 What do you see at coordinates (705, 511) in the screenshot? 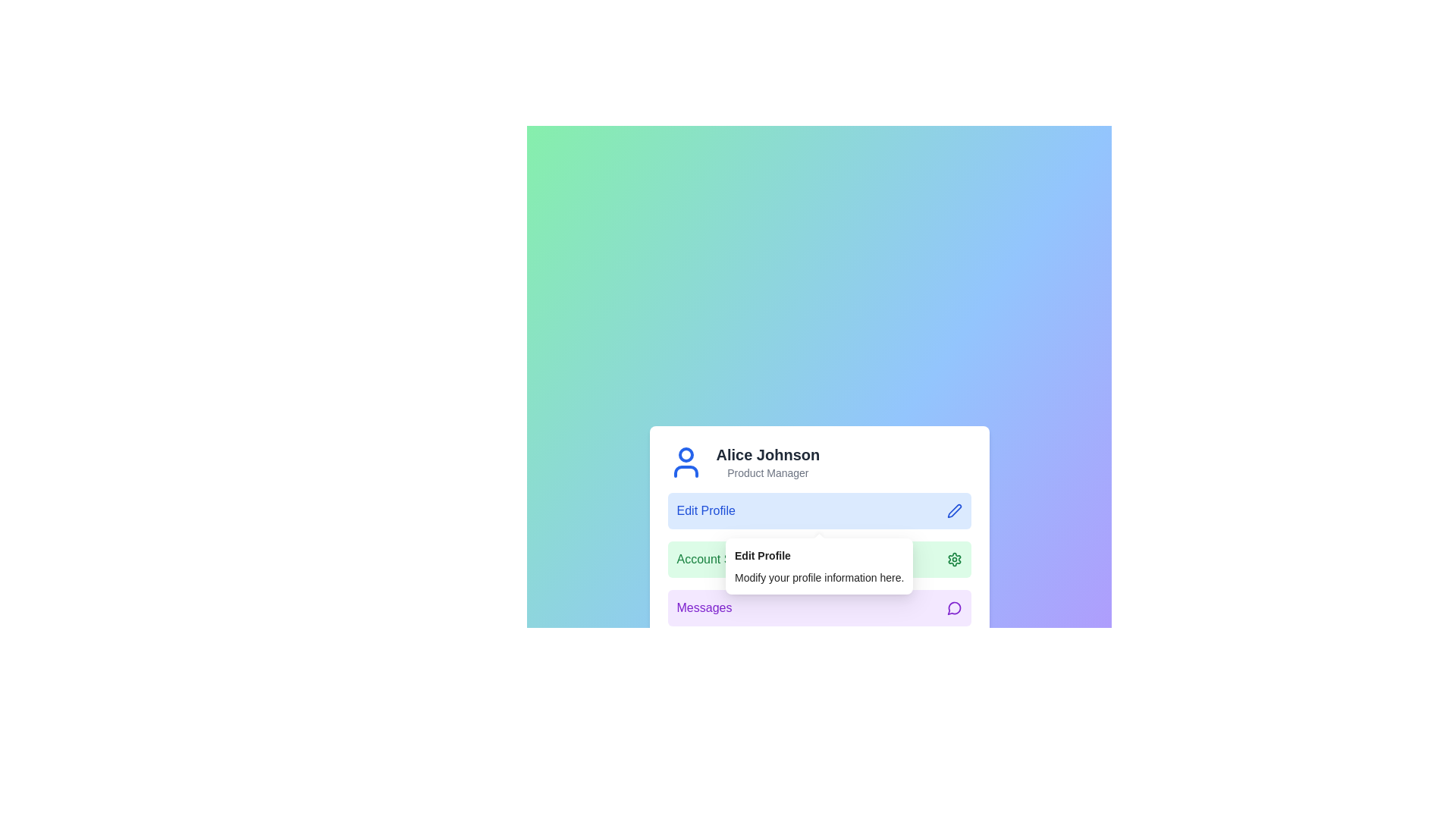
I see `the Text label indicating the option to edit the user's profile, which is positioned below the username 'Alice Johnson' in the user profile card` at bounding box center [705, 511].